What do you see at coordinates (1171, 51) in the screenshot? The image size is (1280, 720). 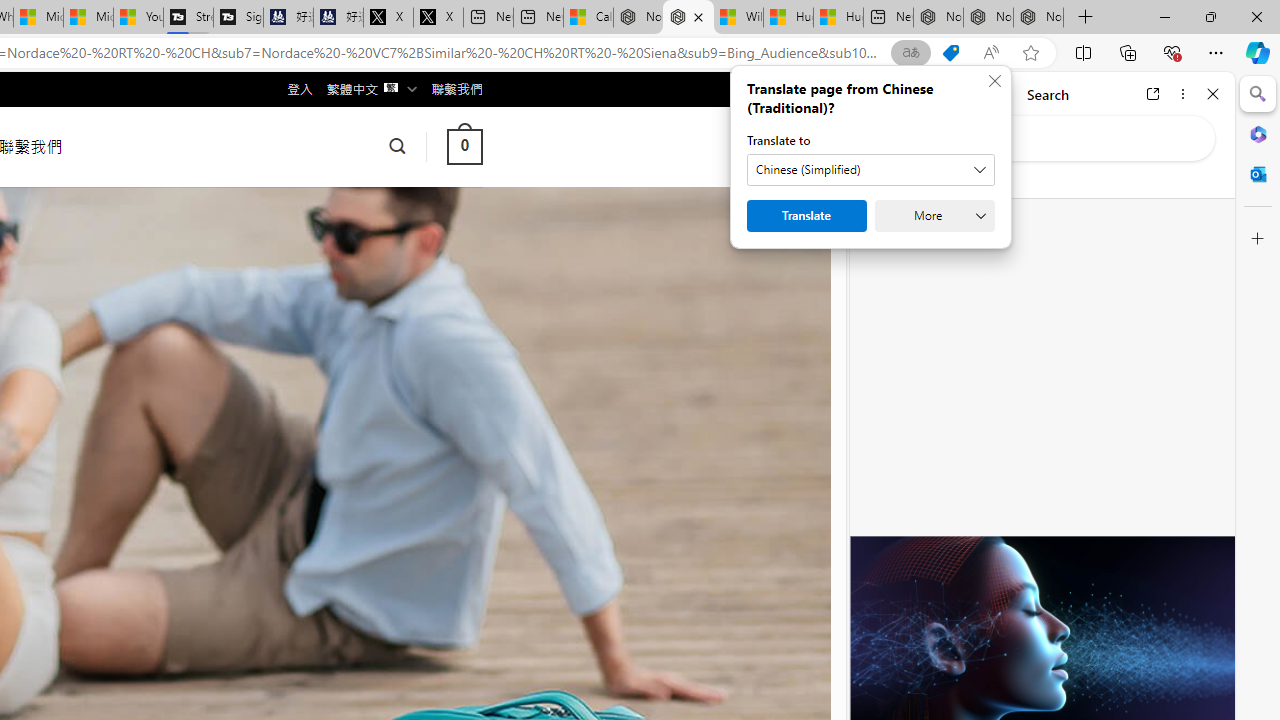 I see `'Browser essentials'` at bounding box center [1171, 51].